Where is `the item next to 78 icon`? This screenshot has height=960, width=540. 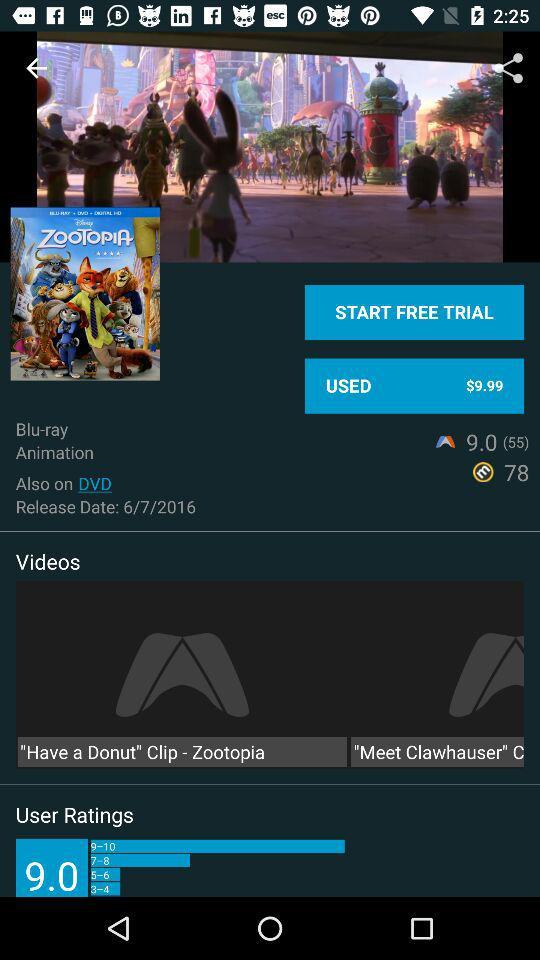
the item next to 78 icon is located at coordinates (94, 482).